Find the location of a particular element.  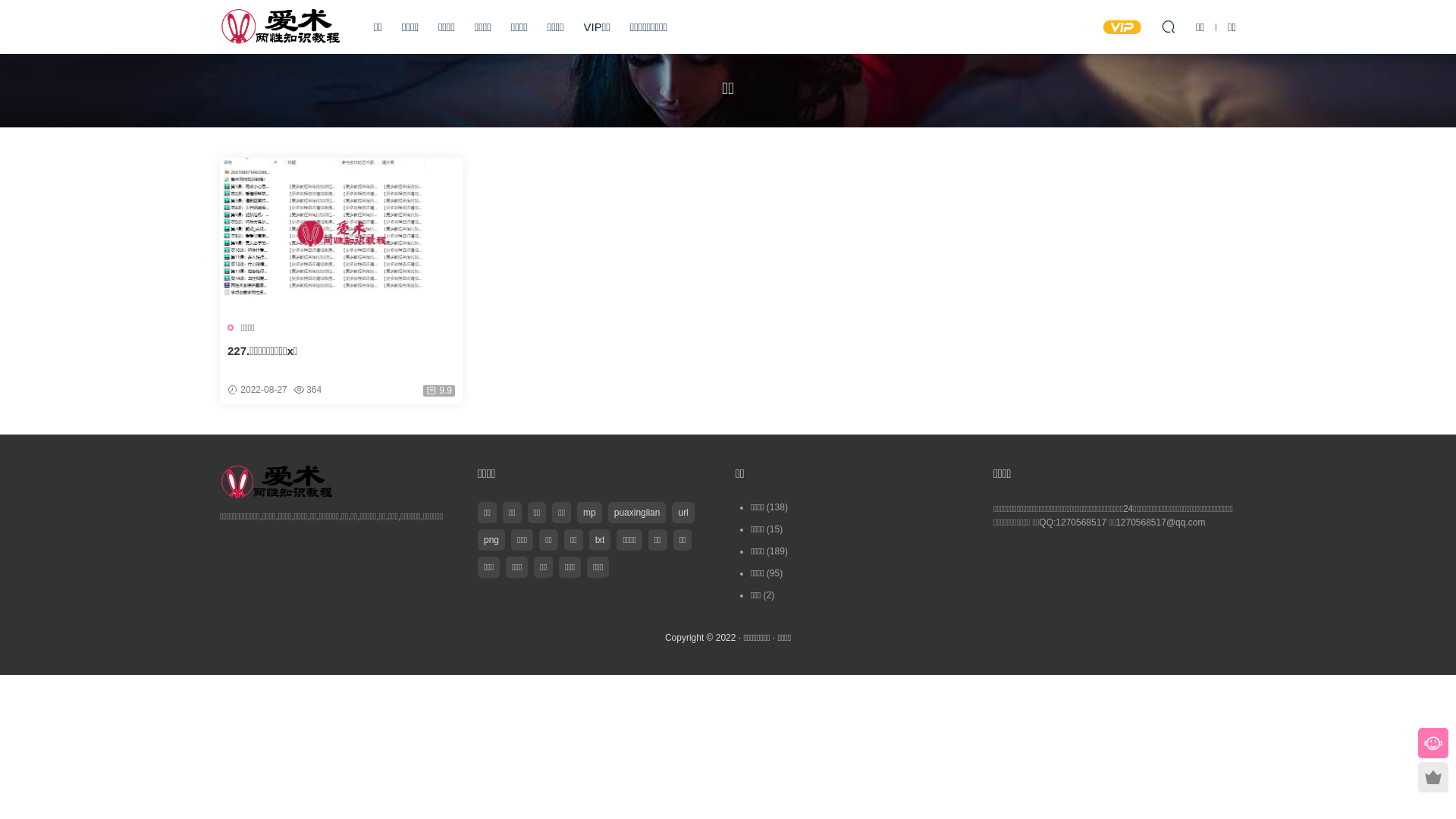

'url' is located at coordinates (682, 512).